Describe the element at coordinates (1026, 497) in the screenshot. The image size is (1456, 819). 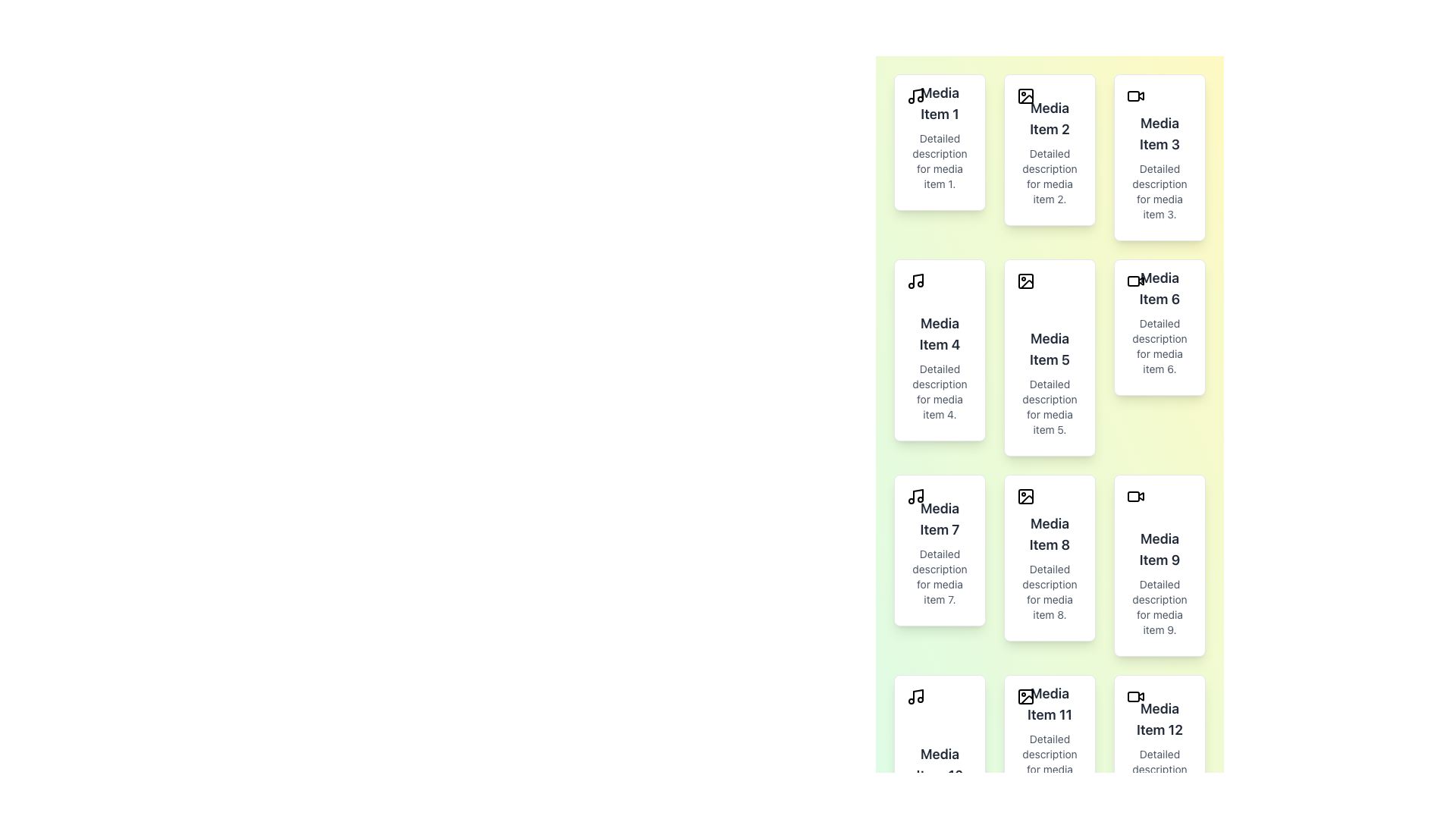
I see `the missing image icon located at the top-left corner of the card for 'Media Item 8', which is` at that location.